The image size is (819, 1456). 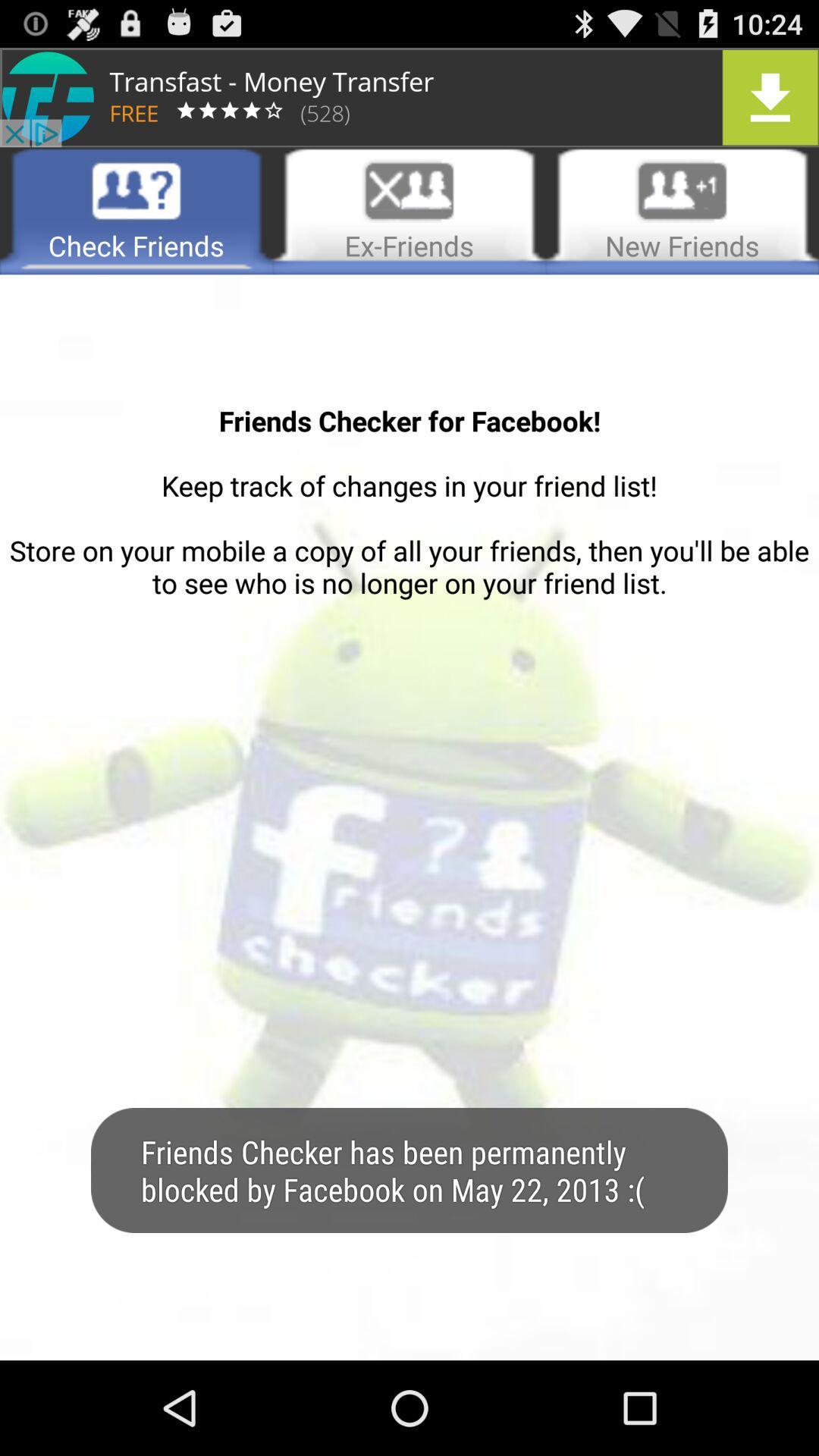 I want to click on advertising link, so click(x=409, y=96).